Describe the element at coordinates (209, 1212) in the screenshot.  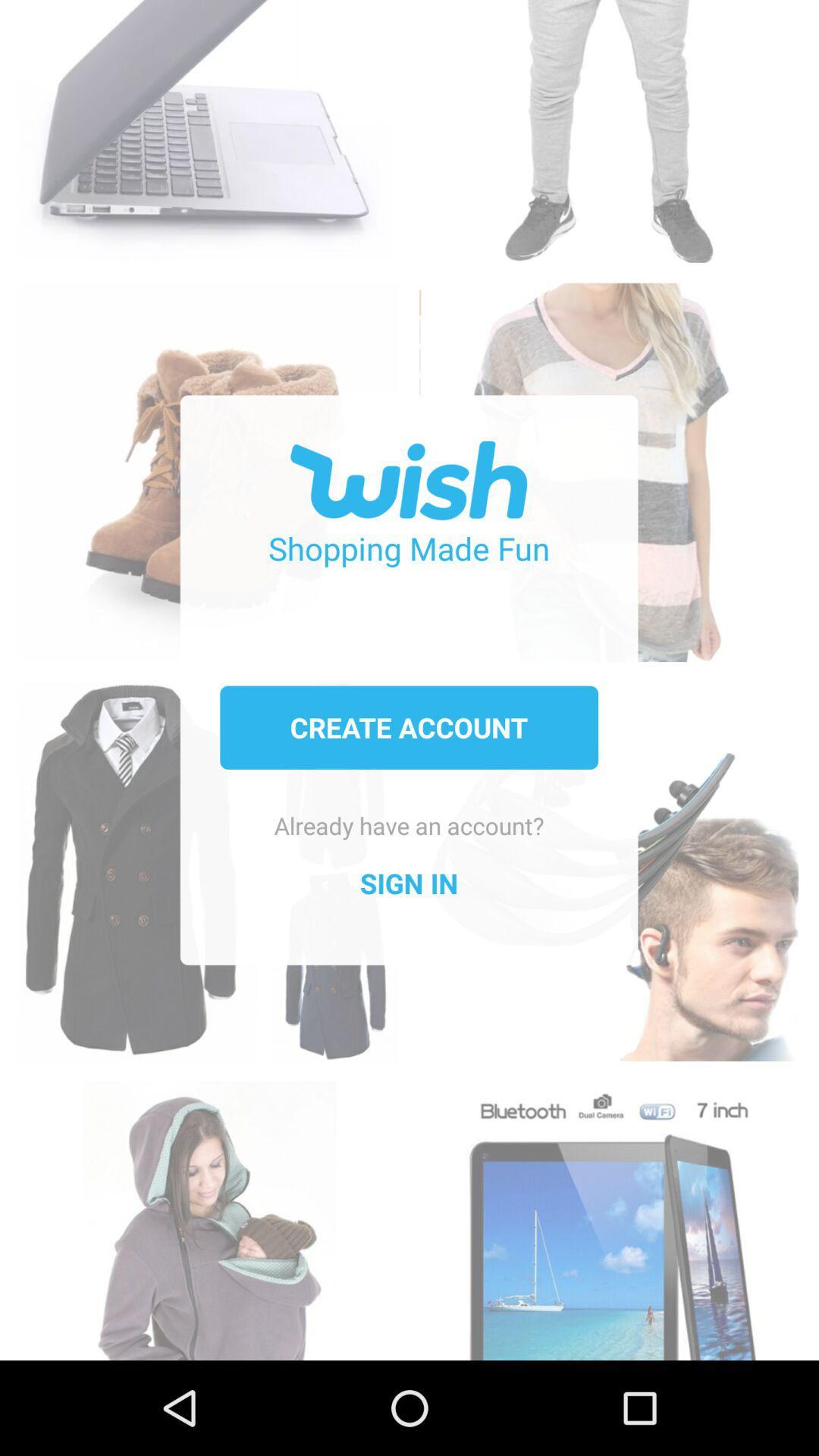
I see `icon at the bottom left corner` at that location.